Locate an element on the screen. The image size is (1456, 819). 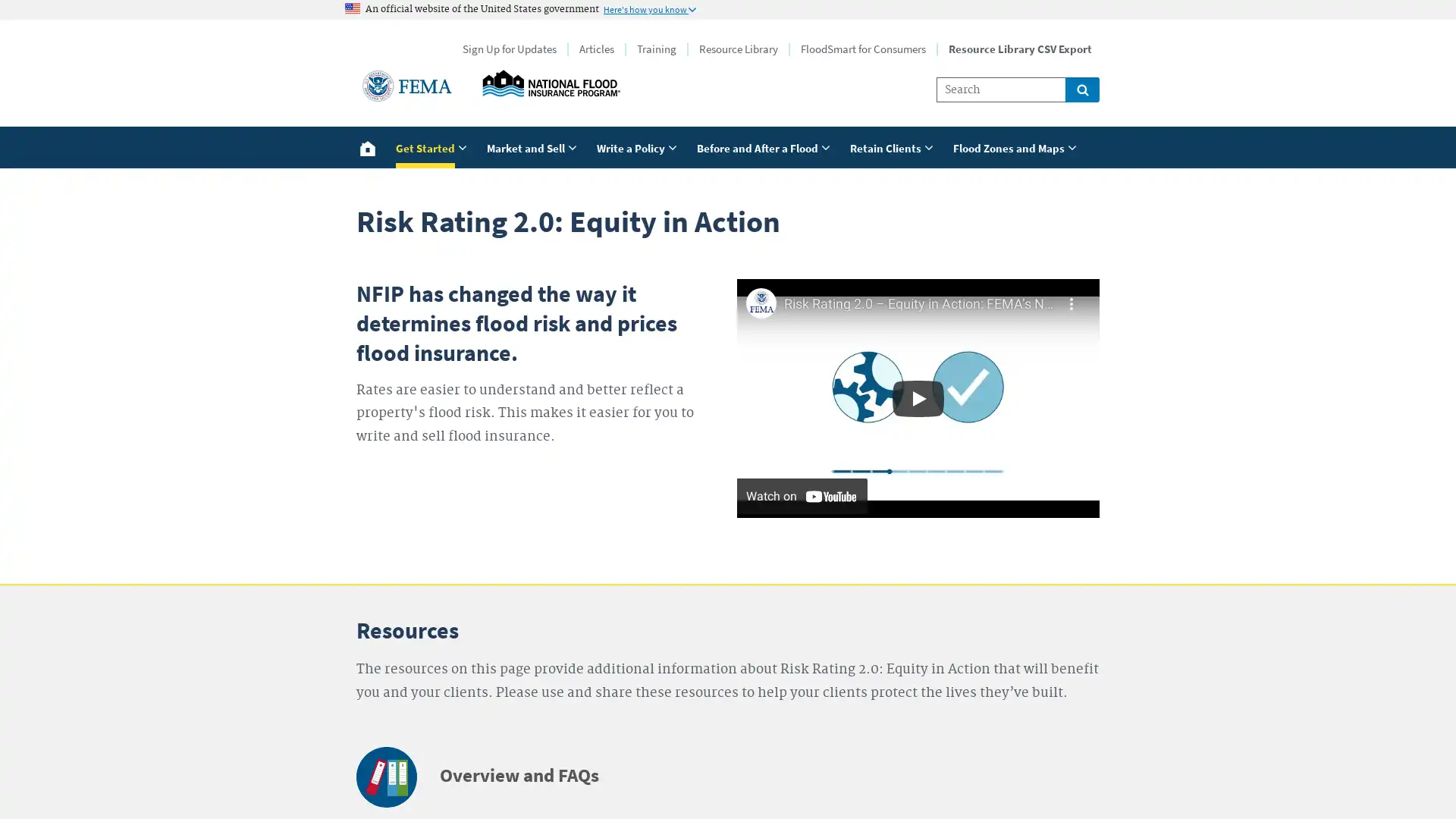
Use <enter> and shift + <enter> to open and close the drop down to sub-menus is located at coordinates (432, 146).